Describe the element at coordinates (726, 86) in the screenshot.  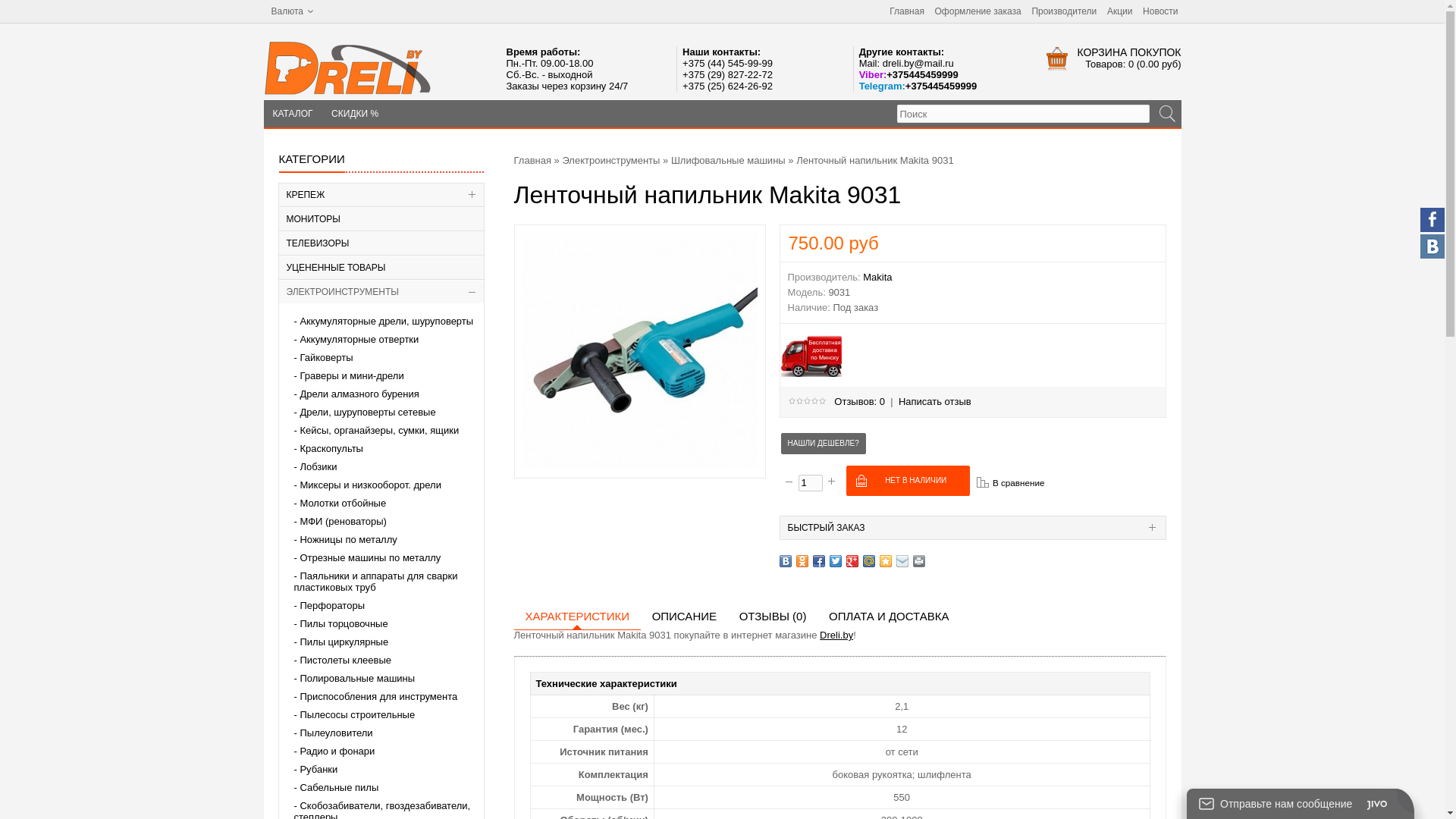
I see `'+375 (25) 624-26-92'` at that location.